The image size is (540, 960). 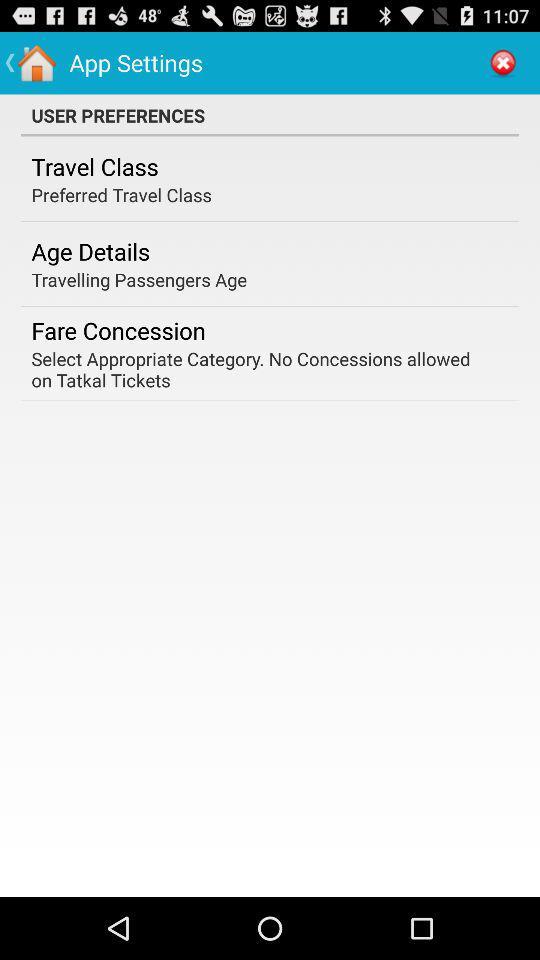 I want to click on the app above the user preferences, so click(x=502, y=62).